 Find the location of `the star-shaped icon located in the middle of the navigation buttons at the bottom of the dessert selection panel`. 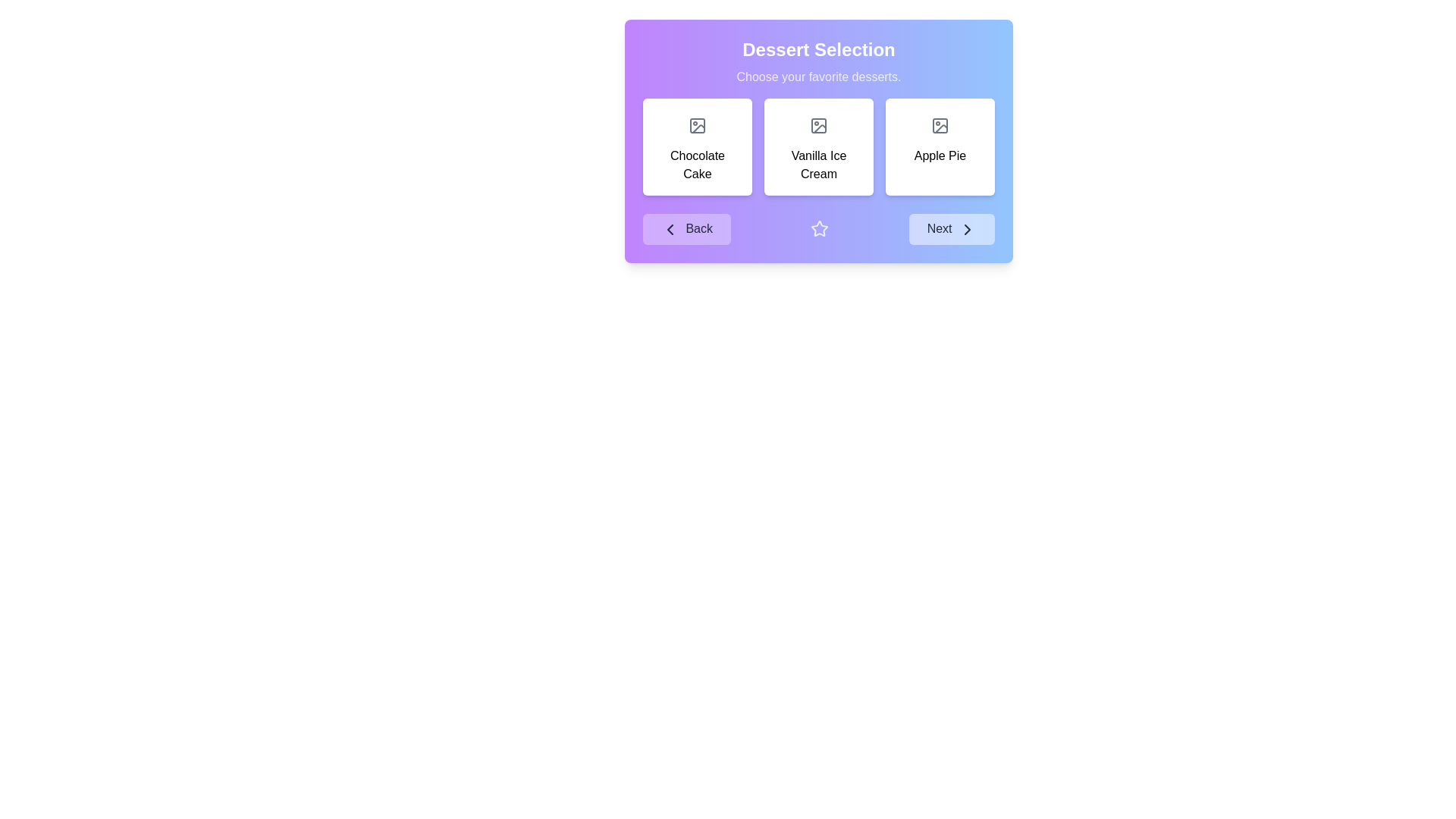

the star-shaped icon located in the middle of the navigation buttons at the bottom of the dessert selection panel is located at coordinates (818, 228).